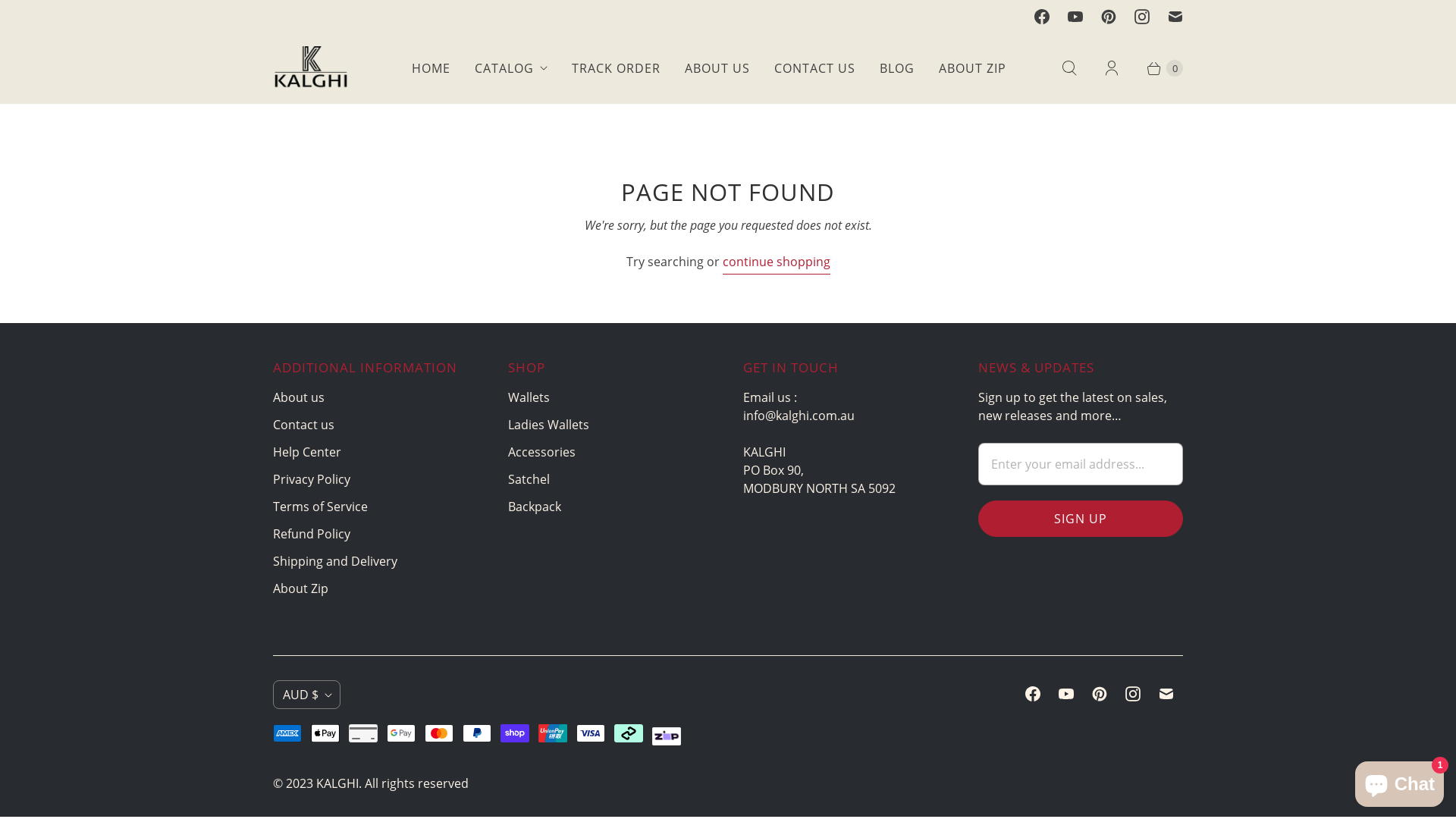  What do you see at coordinates (529, 397) in the screenshot?
I see `'Wallets'` at bounding box center [529, 397].